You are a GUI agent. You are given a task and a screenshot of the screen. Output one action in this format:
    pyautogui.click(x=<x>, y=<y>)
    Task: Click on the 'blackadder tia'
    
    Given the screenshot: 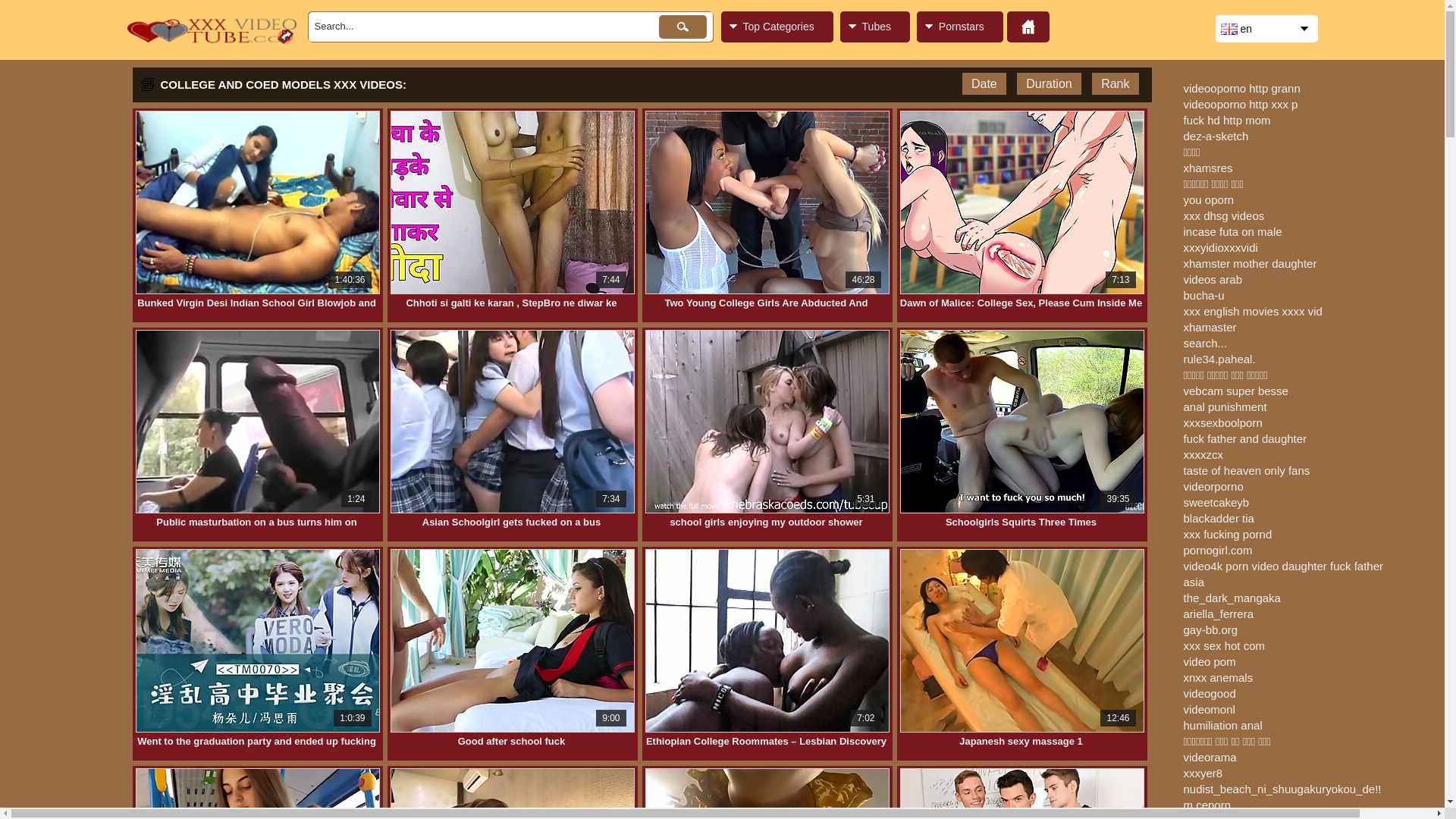 What is the action you would take?
    pyautogui.click(x=1218, y=517)
    